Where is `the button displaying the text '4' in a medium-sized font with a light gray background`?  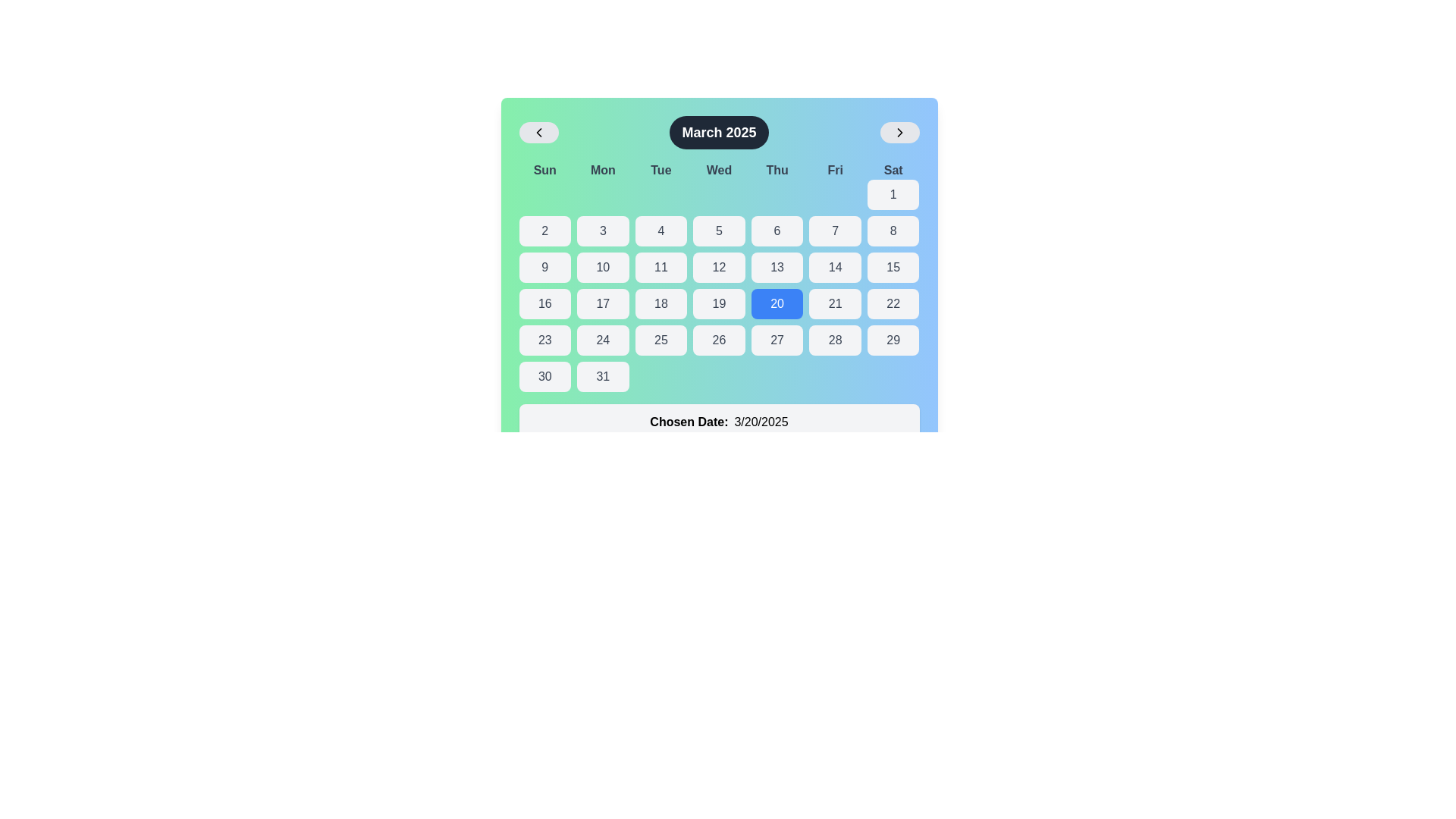 the button displaying the text '4' in a medium-sized font with a light gray background is located at coordinates (661, 231).